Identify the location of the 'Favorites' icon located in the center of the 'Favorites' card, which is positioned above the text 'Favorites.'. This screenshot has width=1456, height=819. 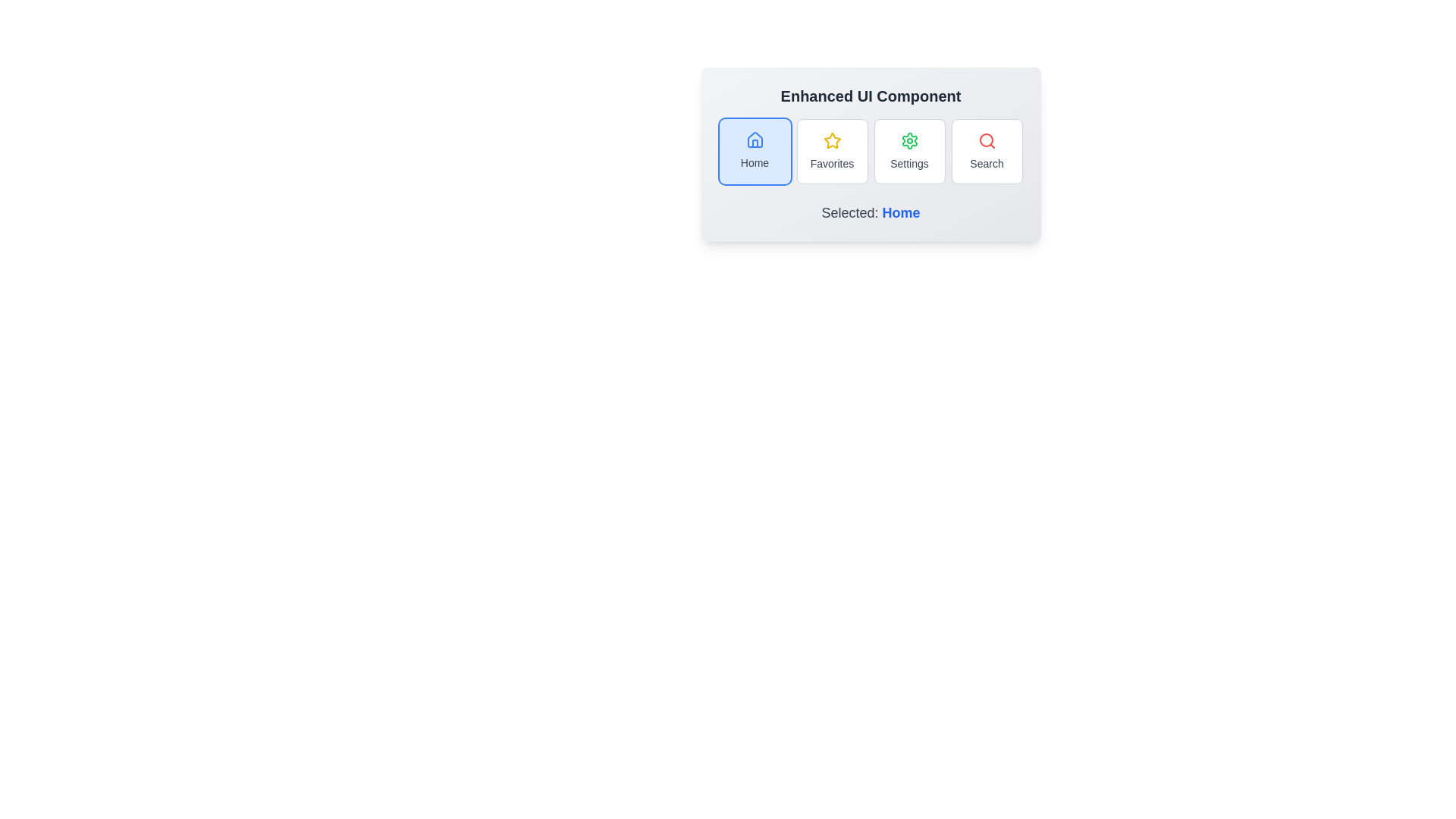
(831, 140).